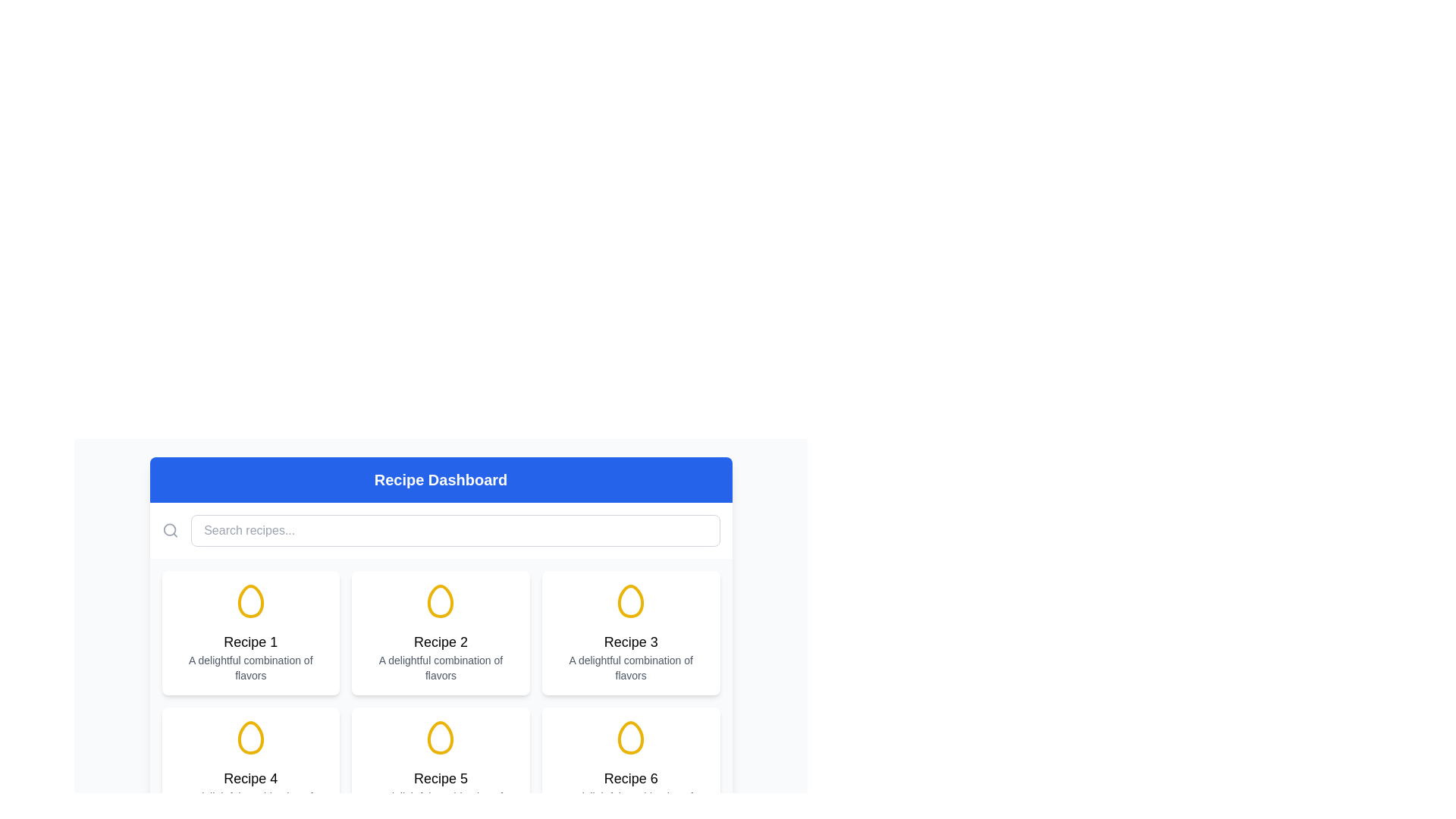 The height and width of the screenshot is (819, 1456). I want to click on the text label that provides additional information about 'Recipe 3', located at the bottom section of the card, so click(631, 667).